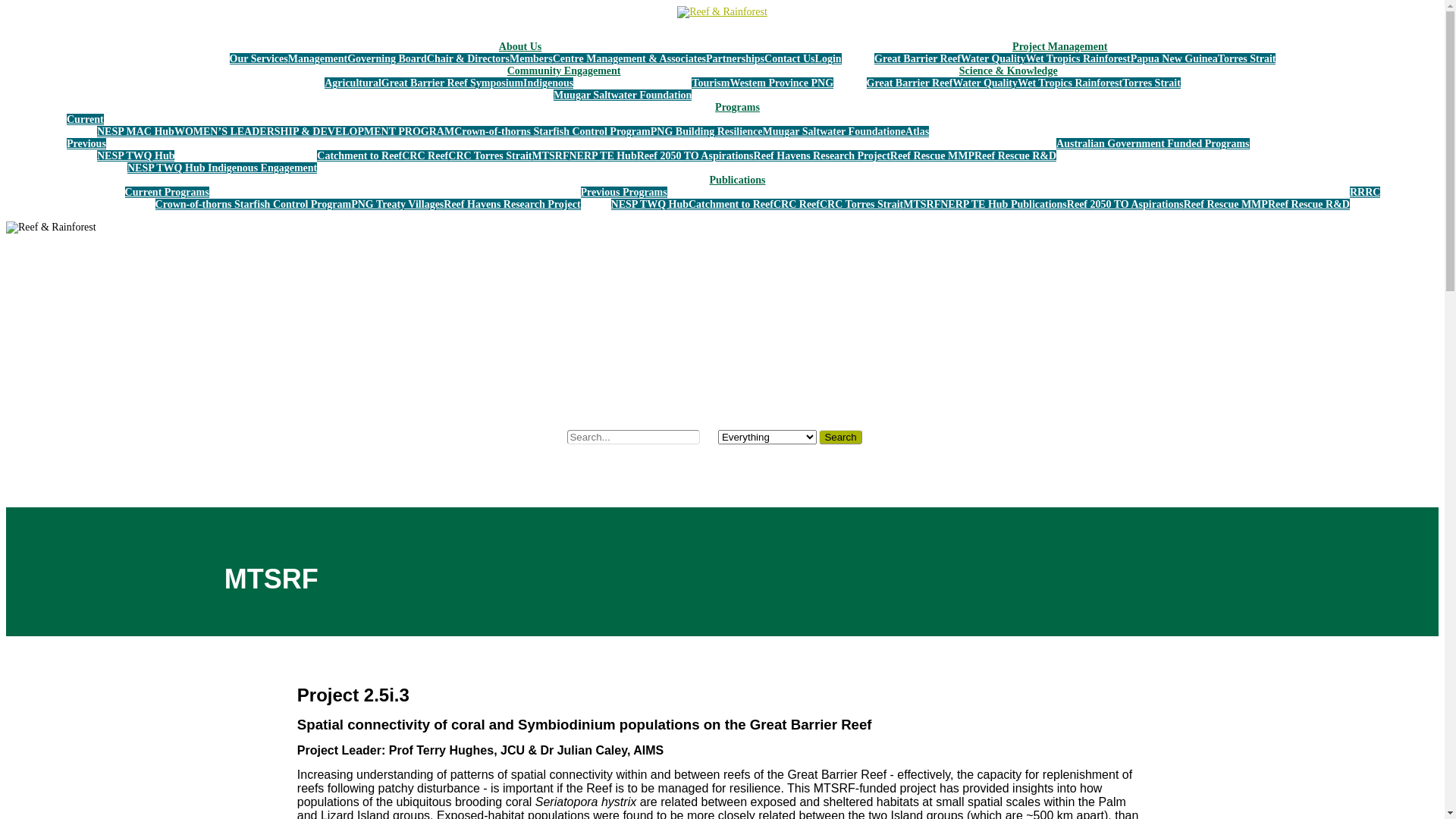  I want to click on 'Current Programs', so click(124, 191).